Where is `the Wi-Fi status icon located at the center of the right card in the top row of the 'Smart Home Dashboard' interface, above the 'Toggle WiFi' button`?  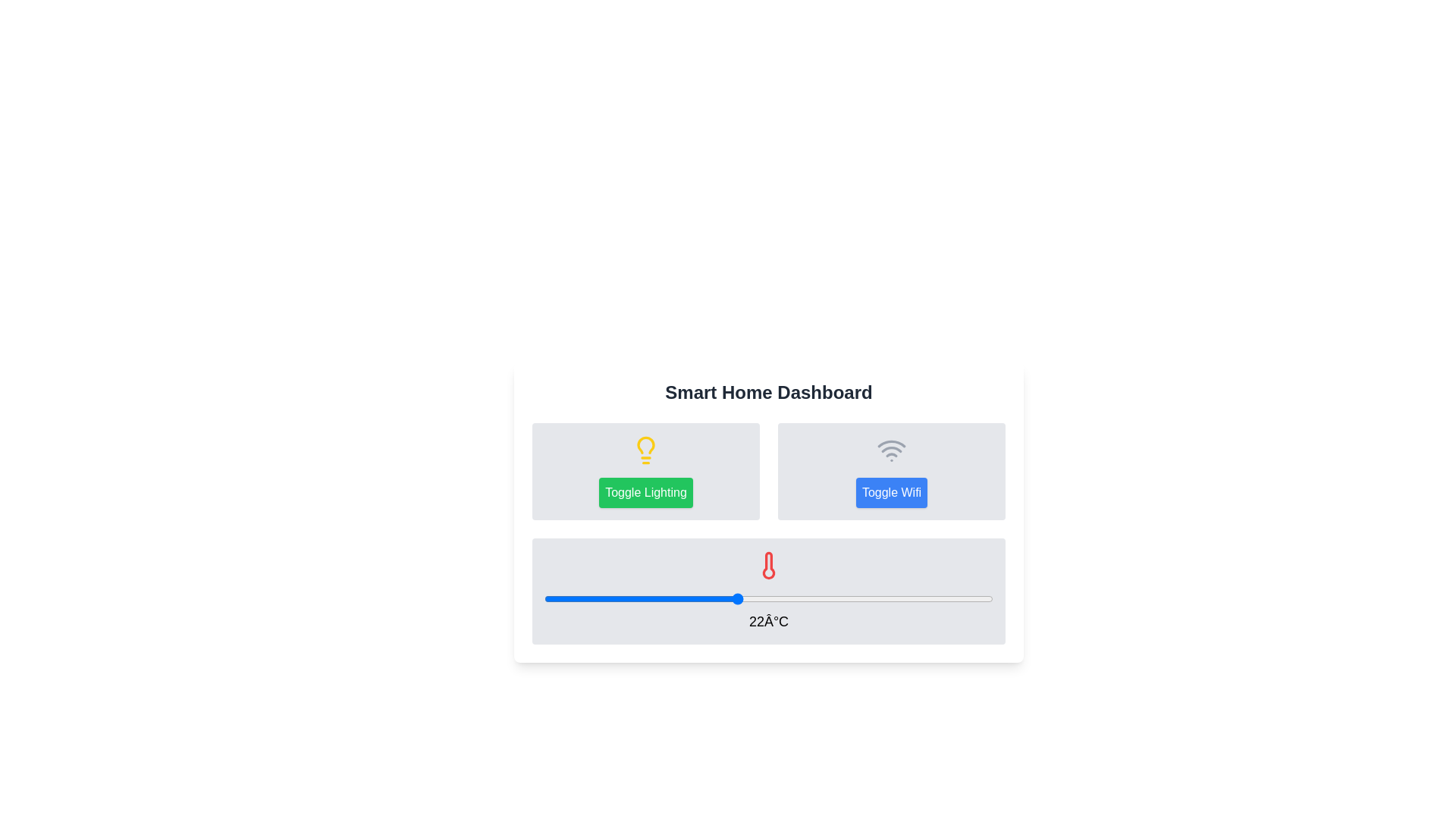 the Wi-Fi status icon located at the center of the right card in the top row of the 'Smart Home Dashboard' interface, above the 'Toggle WiFi' button is located at coordinates (892, 450).